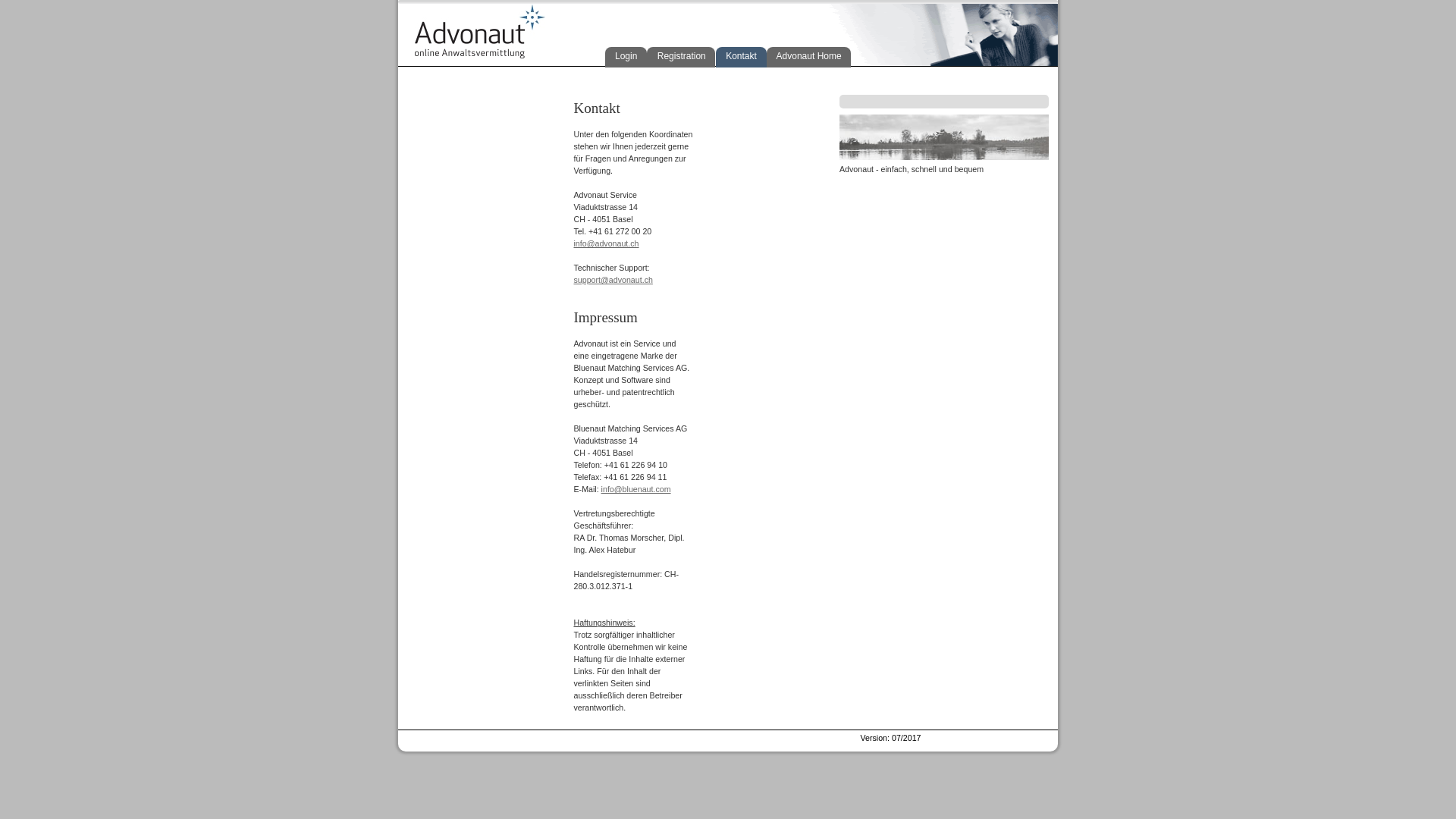  Describe the element at coordinates (679, 56) in the screenshot. I see `'    Registration  '` at that location.